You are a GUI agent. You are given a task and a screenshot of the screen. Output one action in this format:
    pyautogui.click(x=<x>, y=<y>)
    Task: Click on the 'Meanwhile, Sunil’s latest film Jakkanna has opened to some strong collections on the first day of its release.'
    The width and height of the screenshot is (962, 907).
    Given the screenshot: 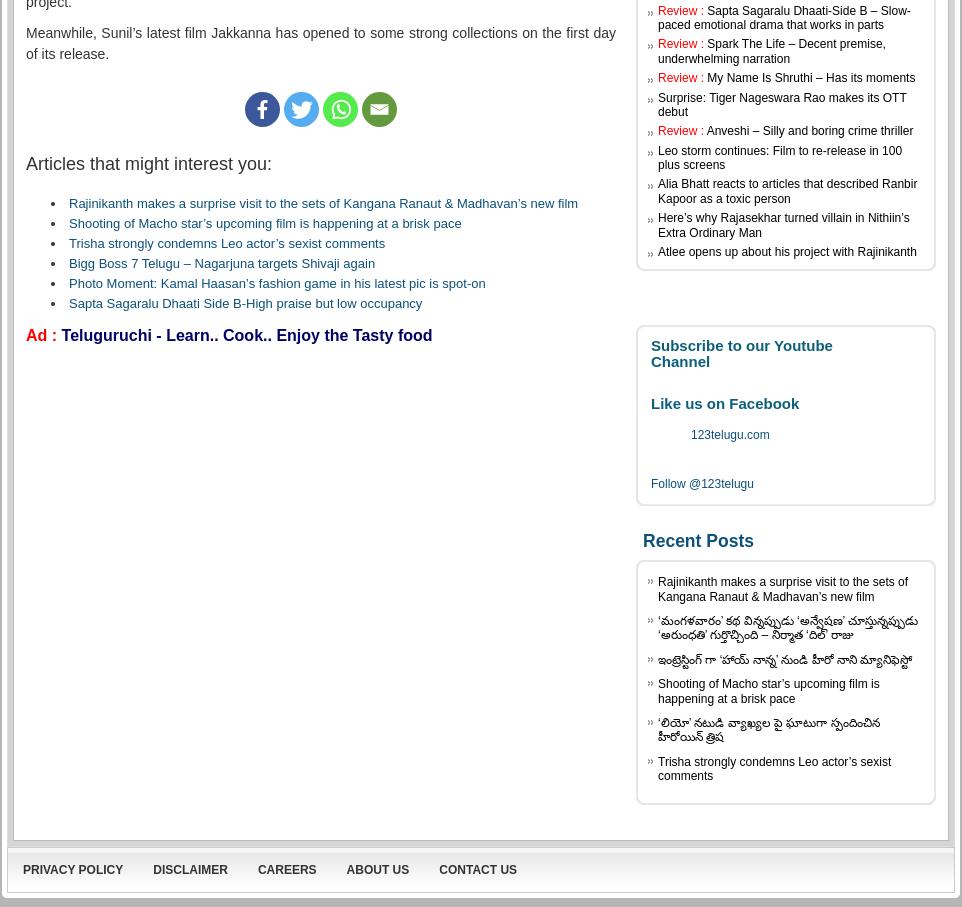 What is the action you would take?
    pyautogui.click(x=320, y=42)
    